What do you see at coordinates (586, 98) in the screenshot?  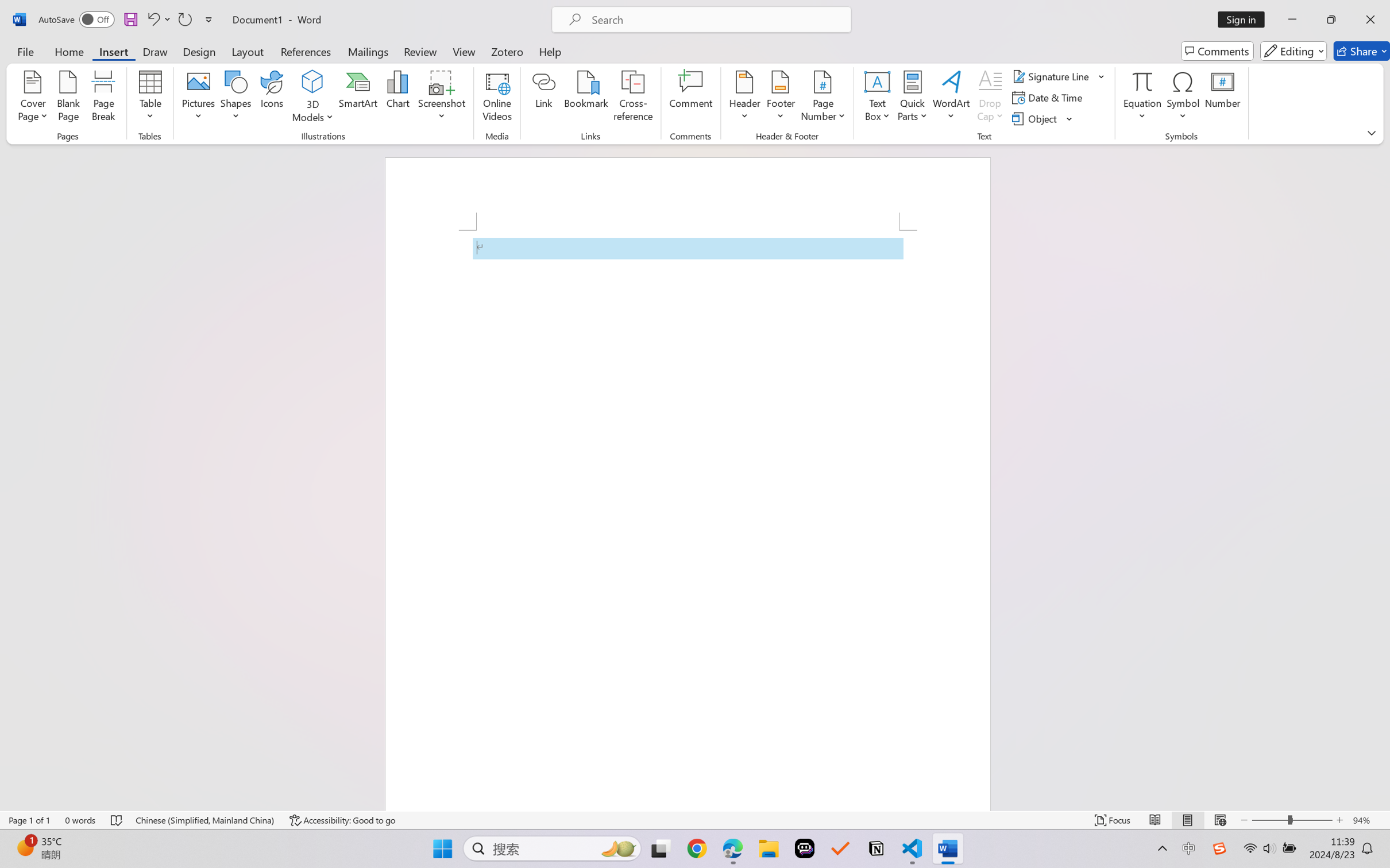 I see `'Bookmark...'` at bounding box center [586, 98].